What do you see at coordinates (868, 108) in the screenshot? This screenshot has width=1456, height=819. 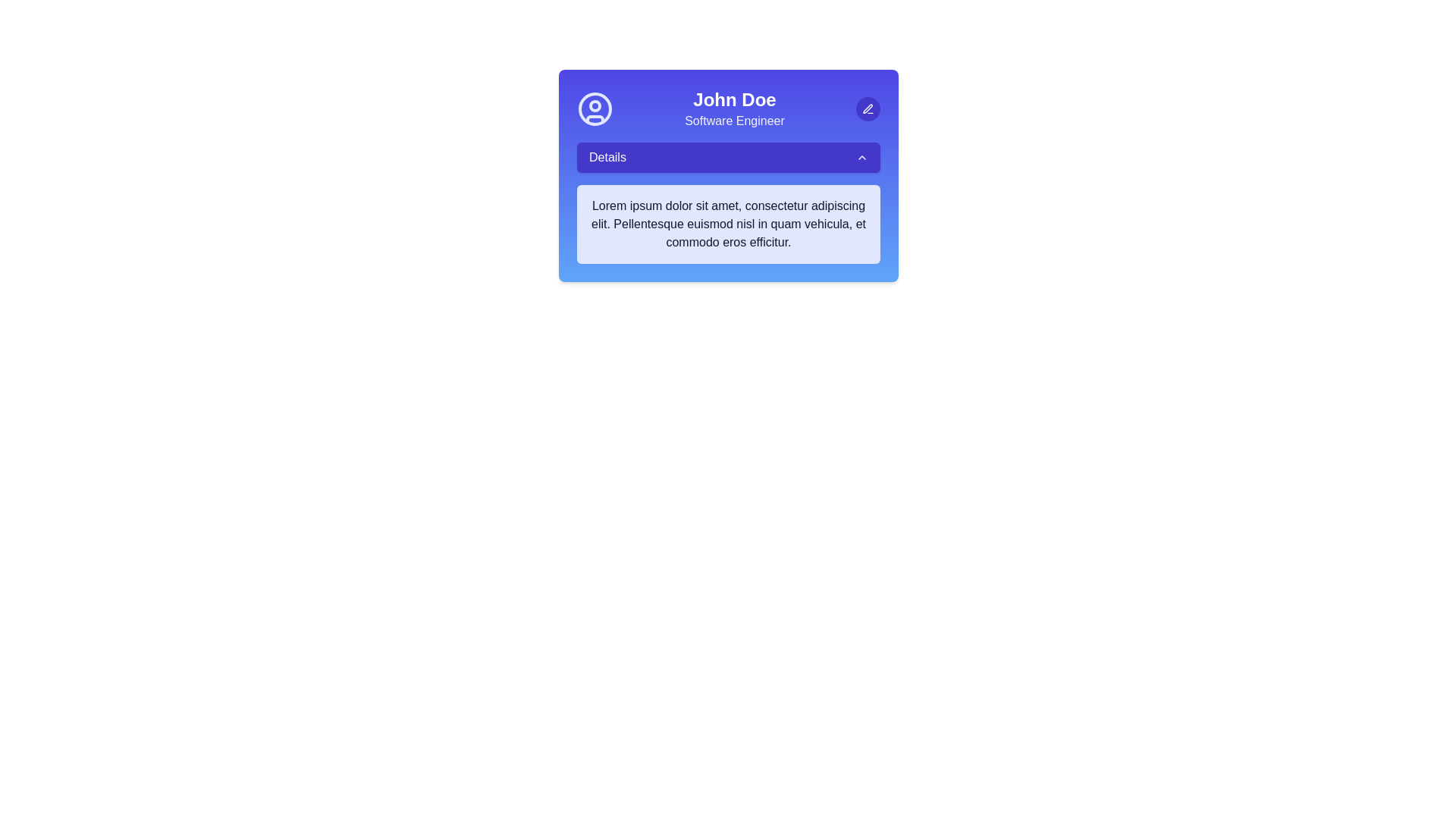 I see `the stylized pen icon located at the top-right corner of the user card section` at bounding box center [868, 108].